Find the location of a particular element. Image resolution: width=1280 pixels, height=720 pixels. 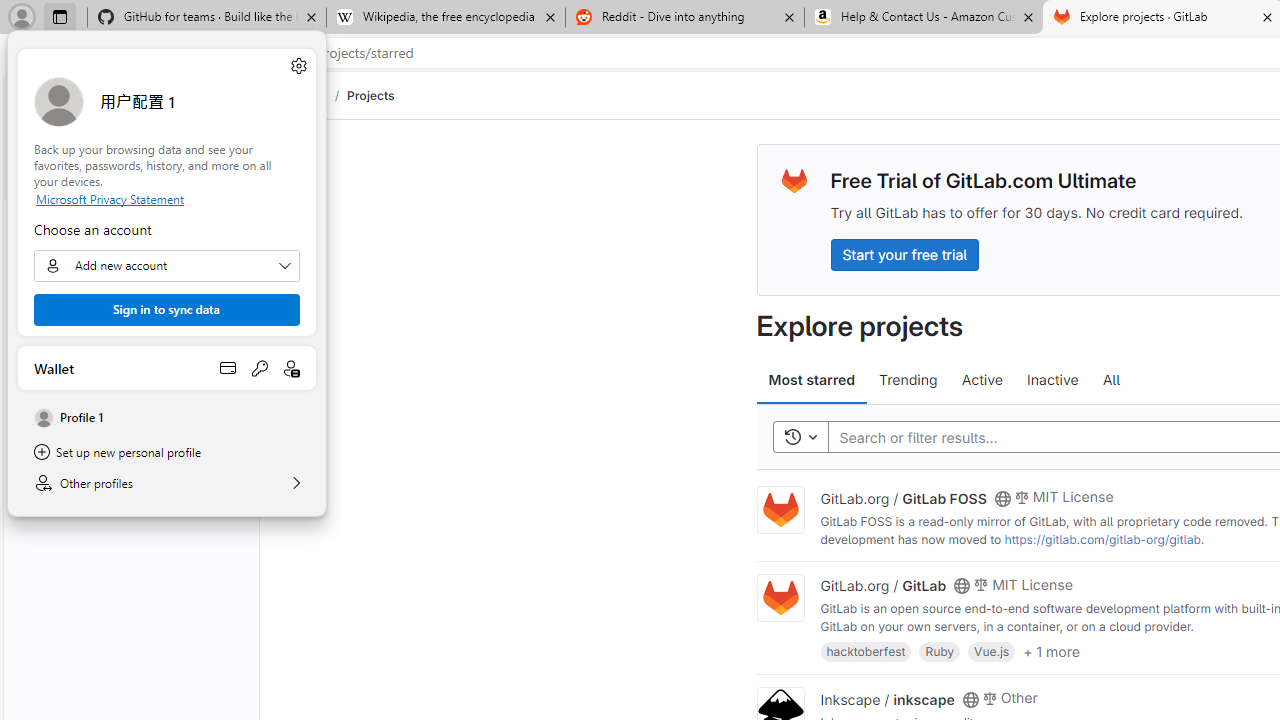

'GitLab.org / GitLab FOSS' is located at coordinates (902, 496).